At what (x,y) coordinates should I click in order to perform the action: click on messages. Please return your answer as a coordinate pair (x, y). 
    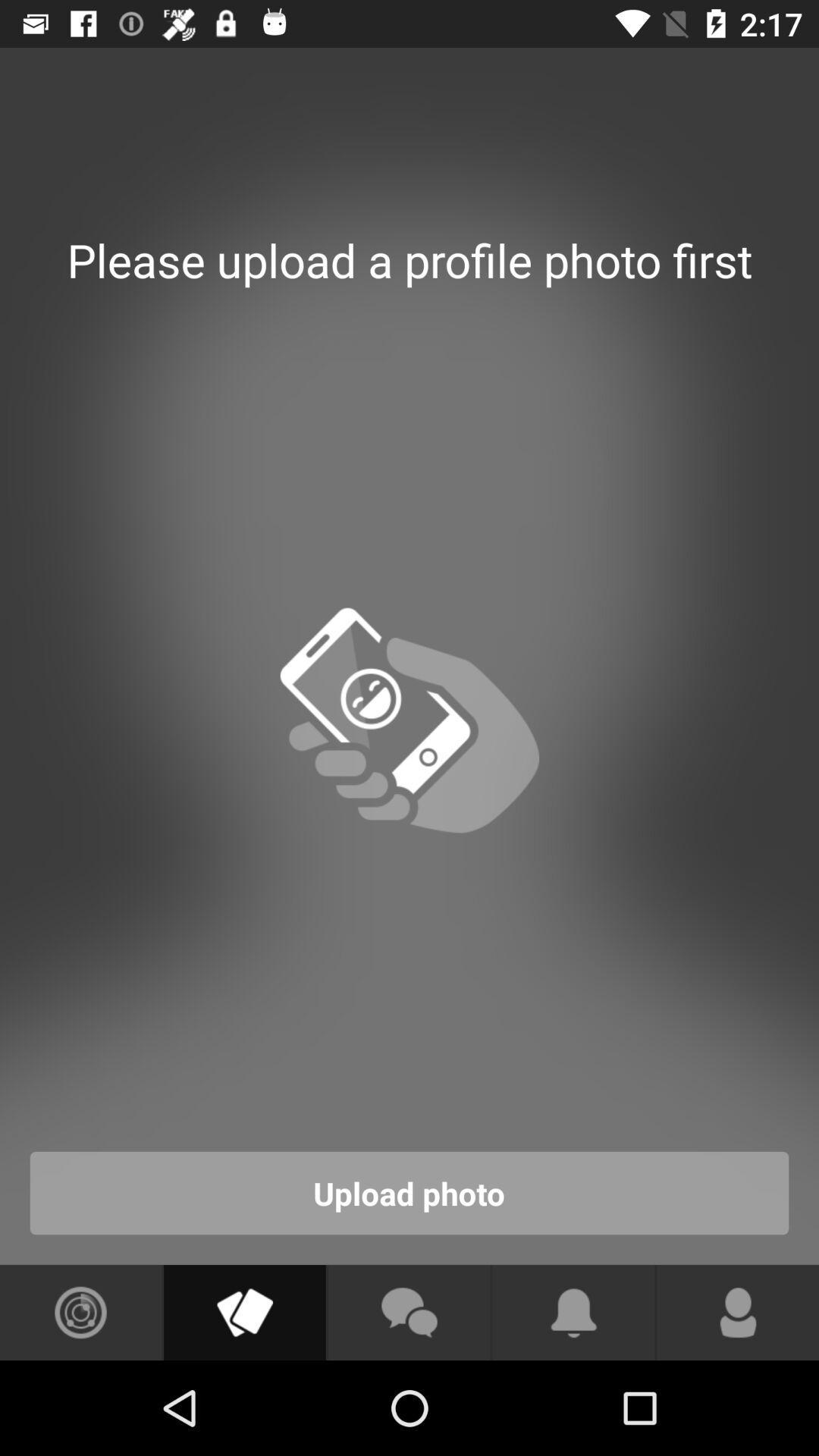
    Looking at the image, I should click on (408, 1312).